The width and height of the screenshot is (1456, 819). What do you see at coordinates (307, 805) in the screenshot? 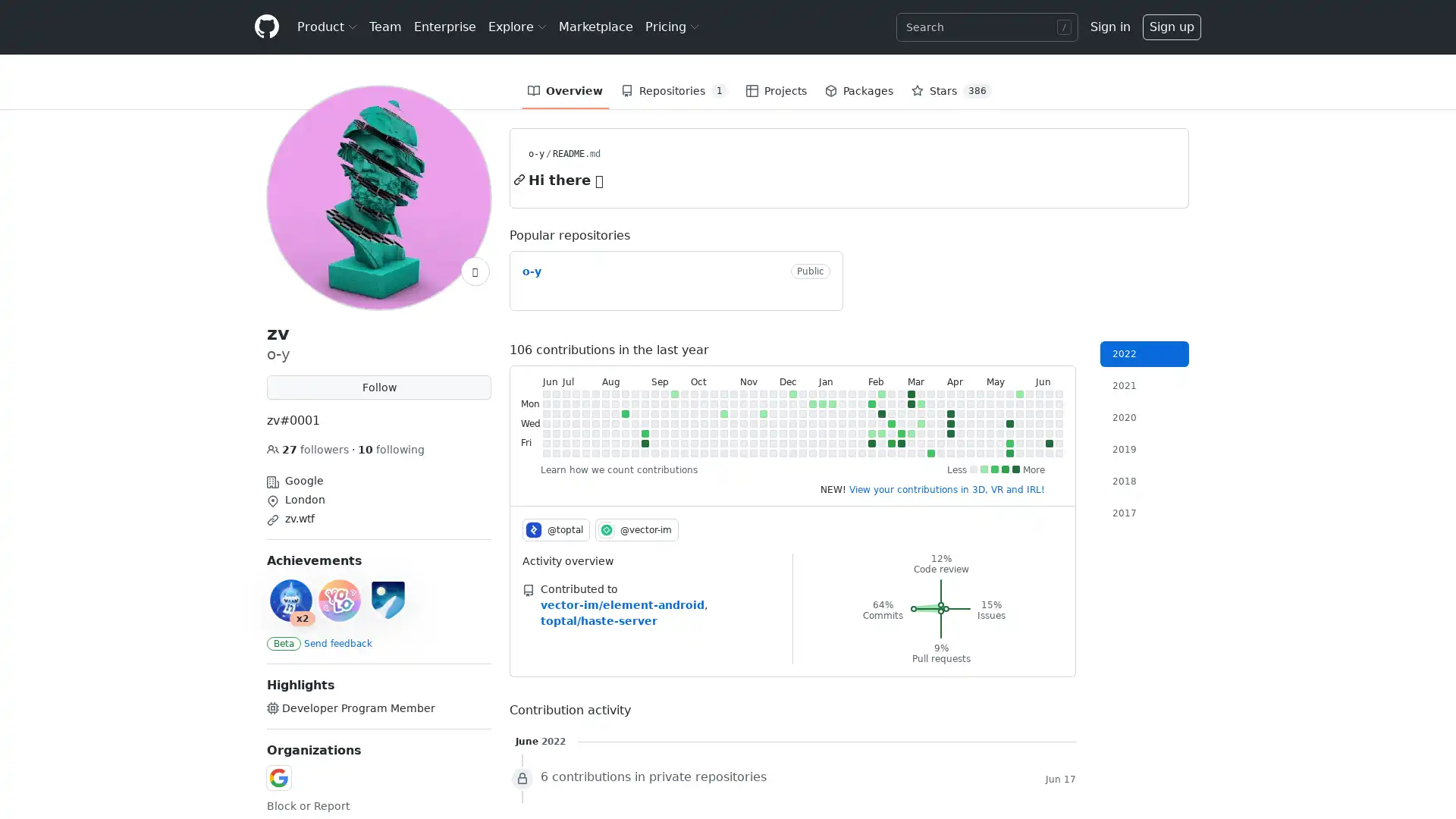
I see `Block or Report` at bounding box center [307, 805].